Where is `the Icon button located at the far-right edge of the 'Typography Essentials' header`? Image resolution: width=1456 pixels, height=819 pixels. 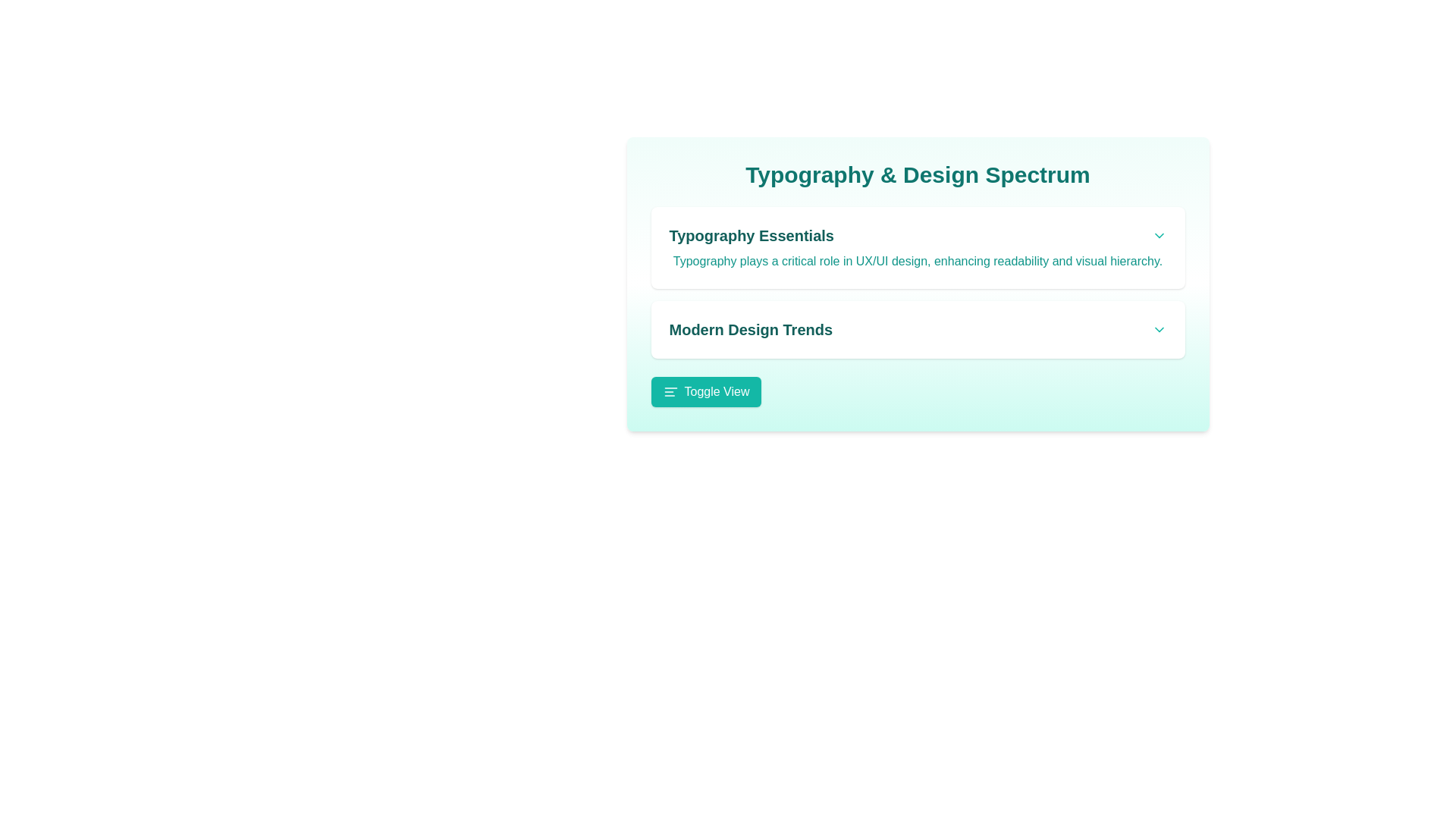
the Icon button located at the far-right edge of the 'Typography Essentials' header is located at coordinates (1158, 236).